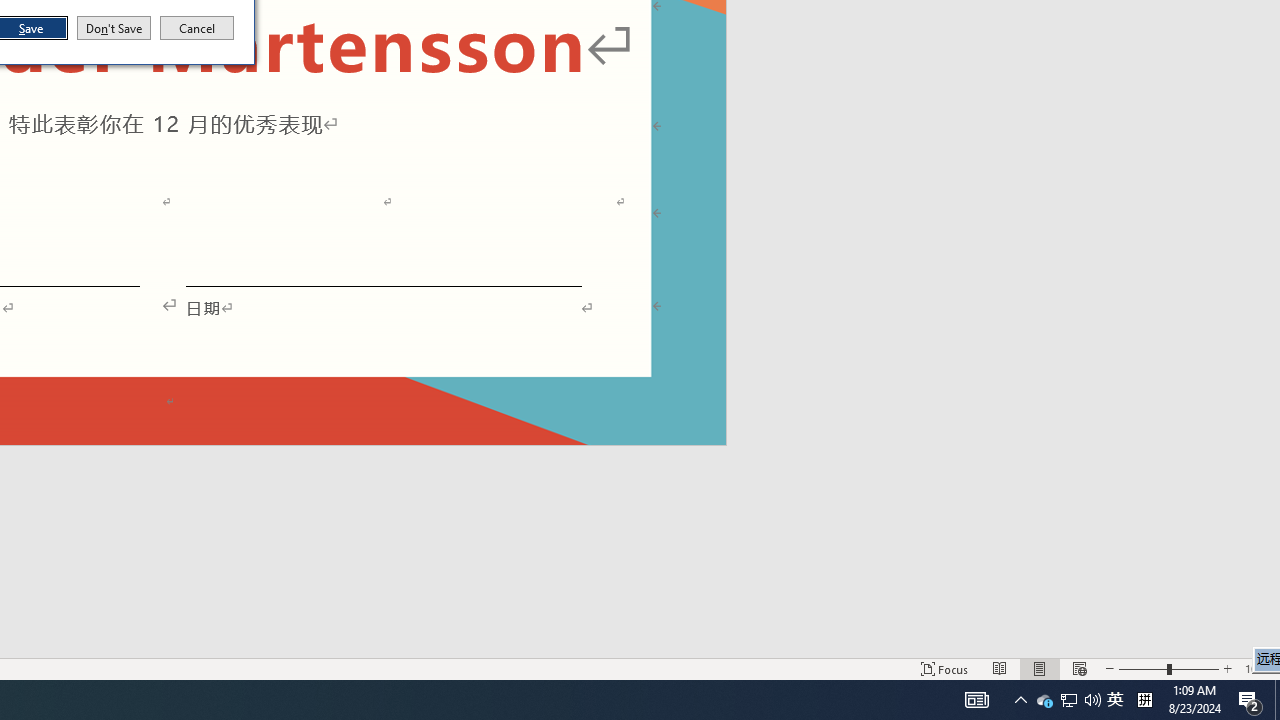  Describe the element at coordinates (1092, 698) in the screenshot. I see `'Q2790: 100%'` at that location.